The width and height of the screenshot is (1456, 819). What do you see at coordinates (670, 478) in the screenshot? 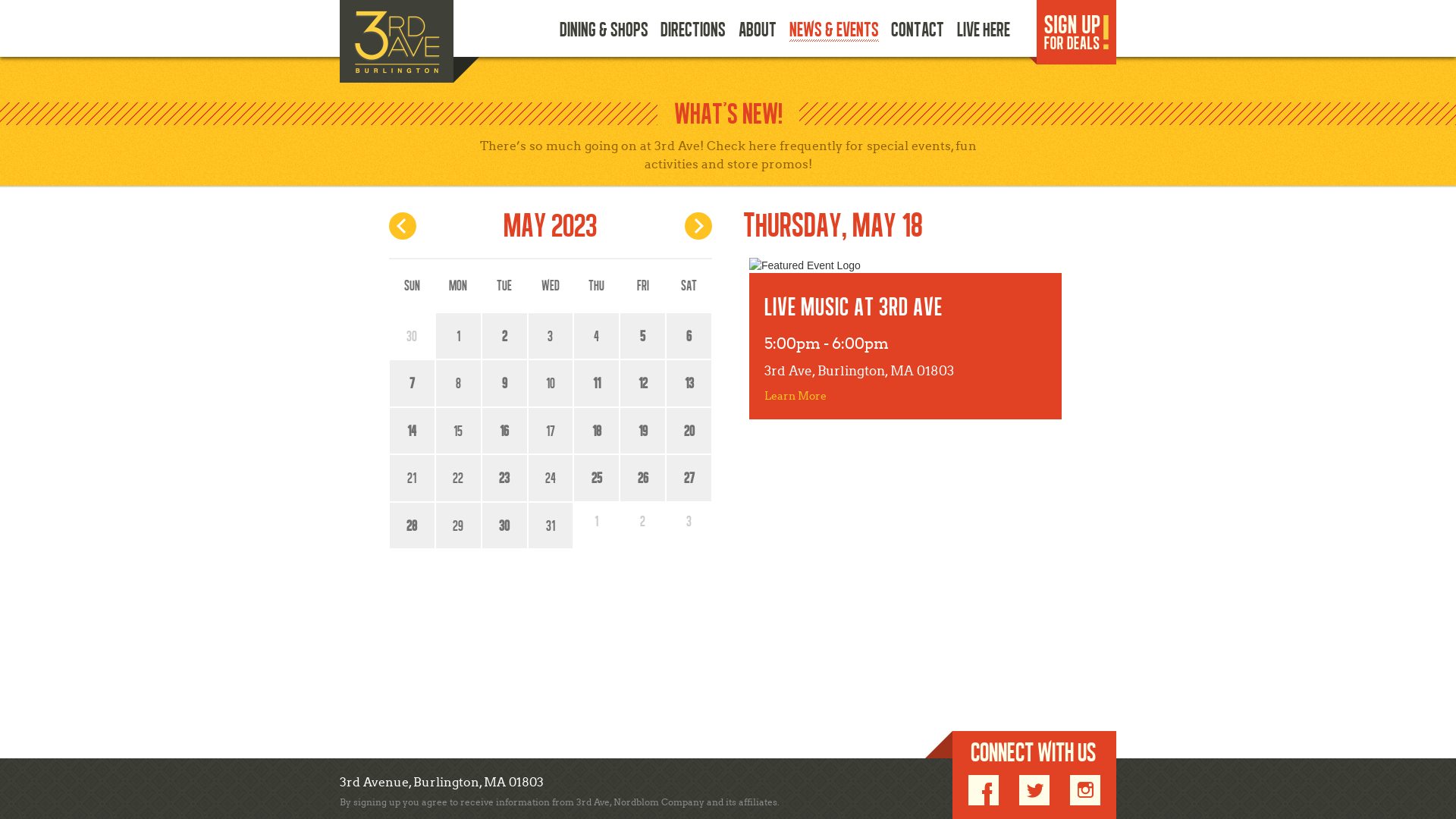
I see `'27'` at bounding box center [670, 478].